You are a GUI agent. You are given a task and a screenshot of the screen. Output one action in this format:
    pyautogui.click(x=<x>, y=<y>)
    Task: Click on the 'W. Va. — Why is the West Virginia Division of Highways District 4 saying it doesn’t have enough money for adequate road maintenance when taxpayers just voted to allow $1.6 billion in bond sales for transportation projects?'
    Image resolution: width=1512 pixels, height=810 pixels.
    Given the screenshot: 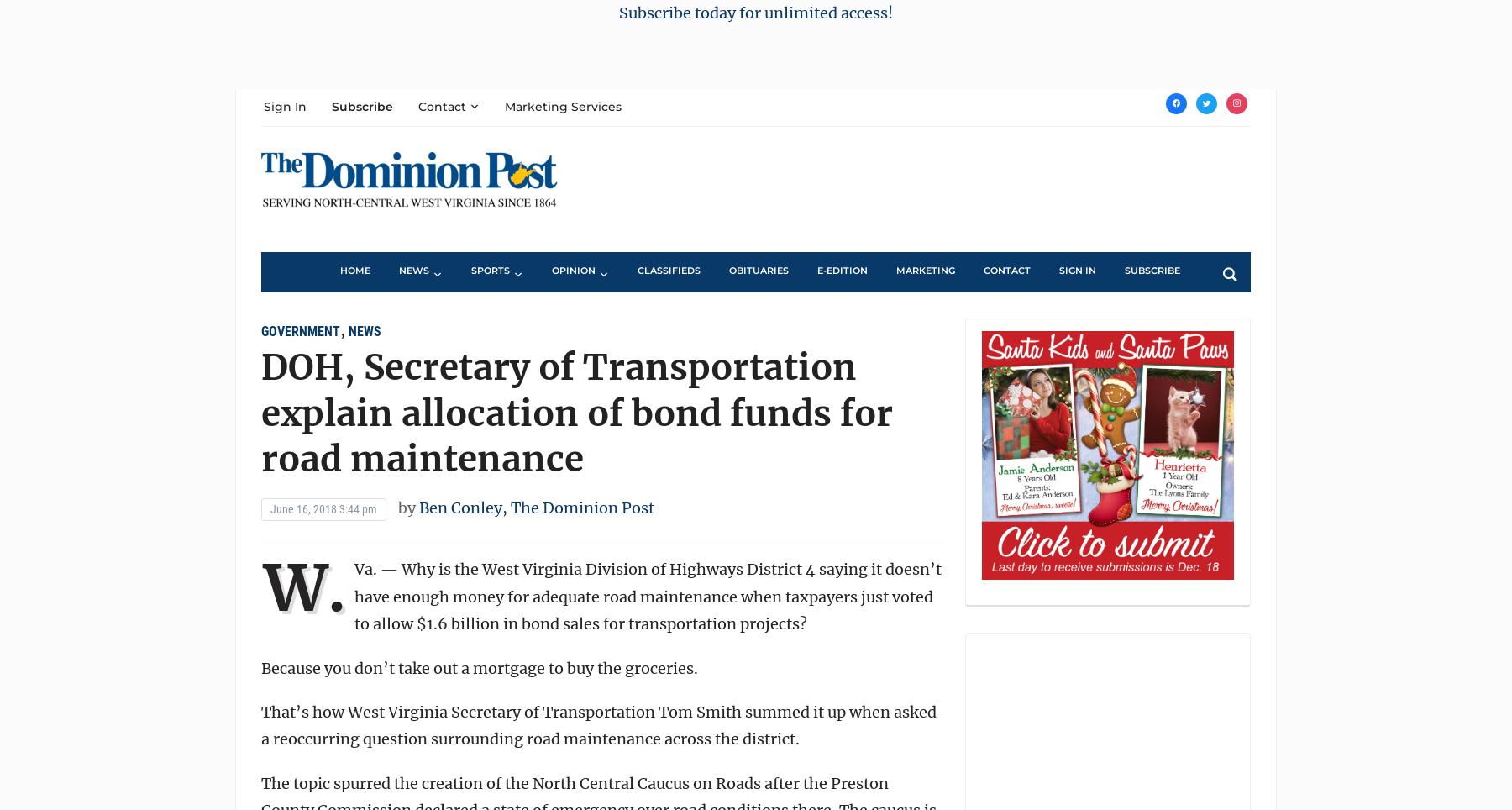 What is the action you would take?
    pyautogui.click(x=601, y=591)
    